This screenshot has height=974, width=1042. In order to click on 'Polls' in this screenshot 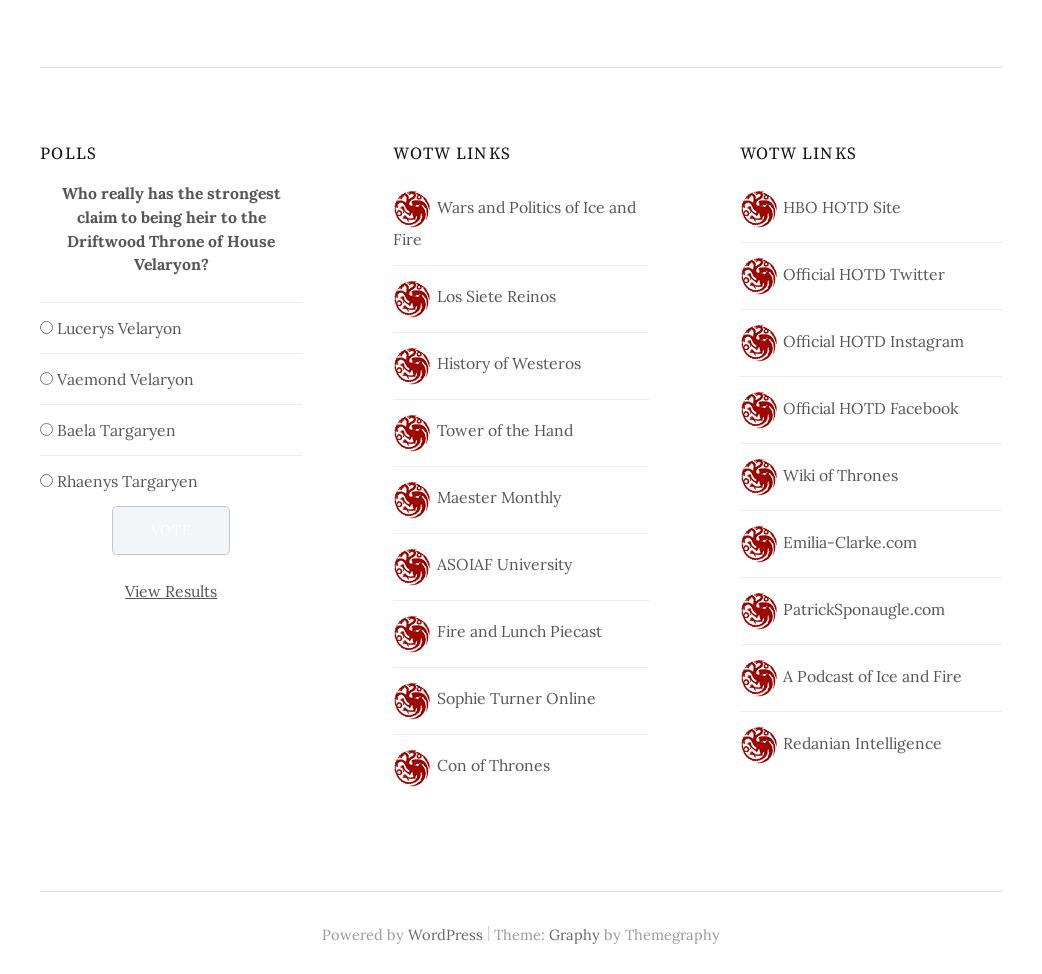, I will do `click(67, 152)`.